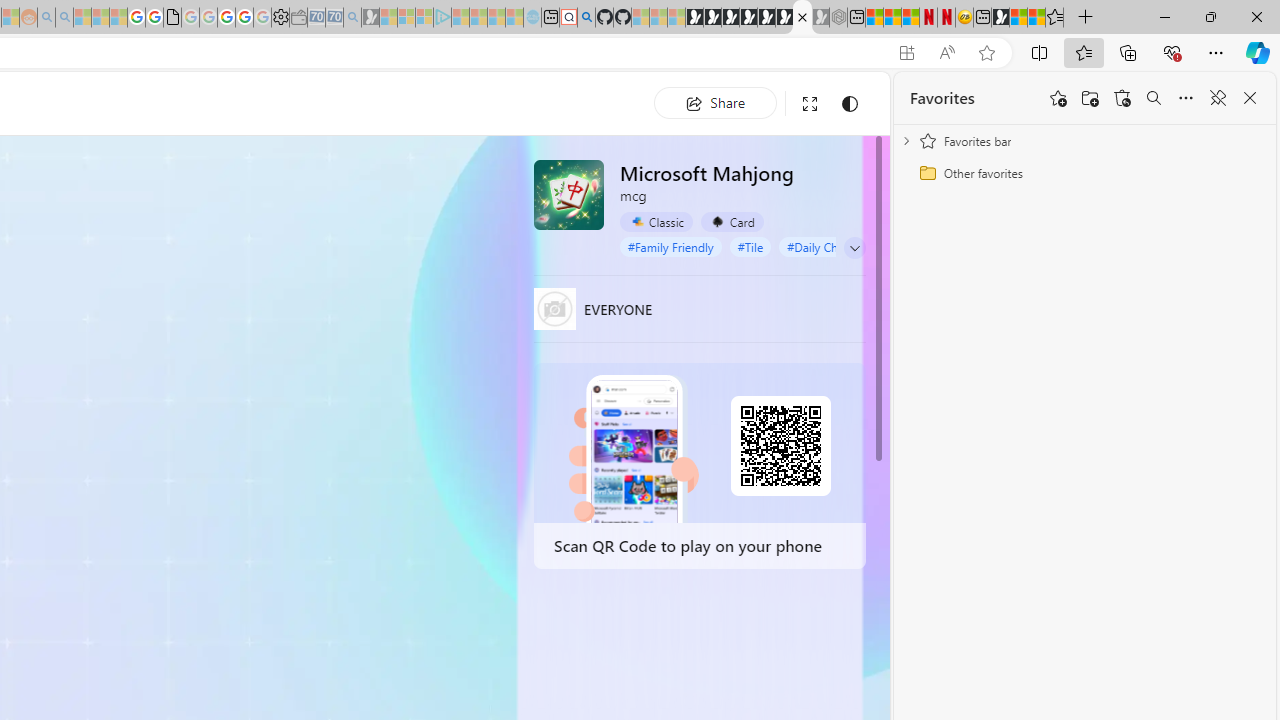 Image resolution: width=1280 pixels, height=720 pixels. I want to click on 'Share', so click(715, 102).